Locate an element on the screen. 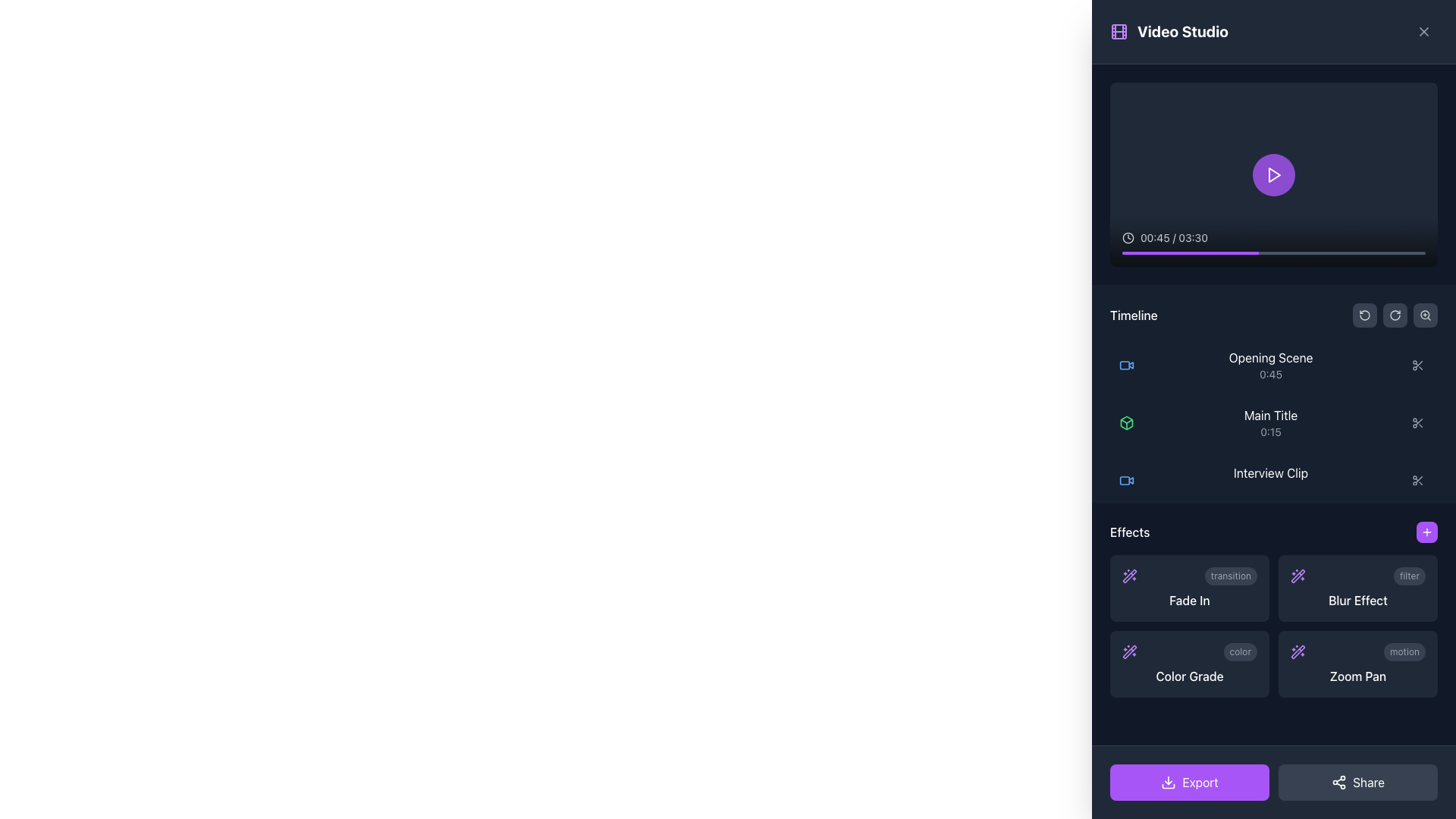 Image resolution: width=1456 pixels, height=819 pixels. the play button located in the top center section of the video player, which is represented by a circular icon overlaying the video preview area is located at coordinates (1274, 174).